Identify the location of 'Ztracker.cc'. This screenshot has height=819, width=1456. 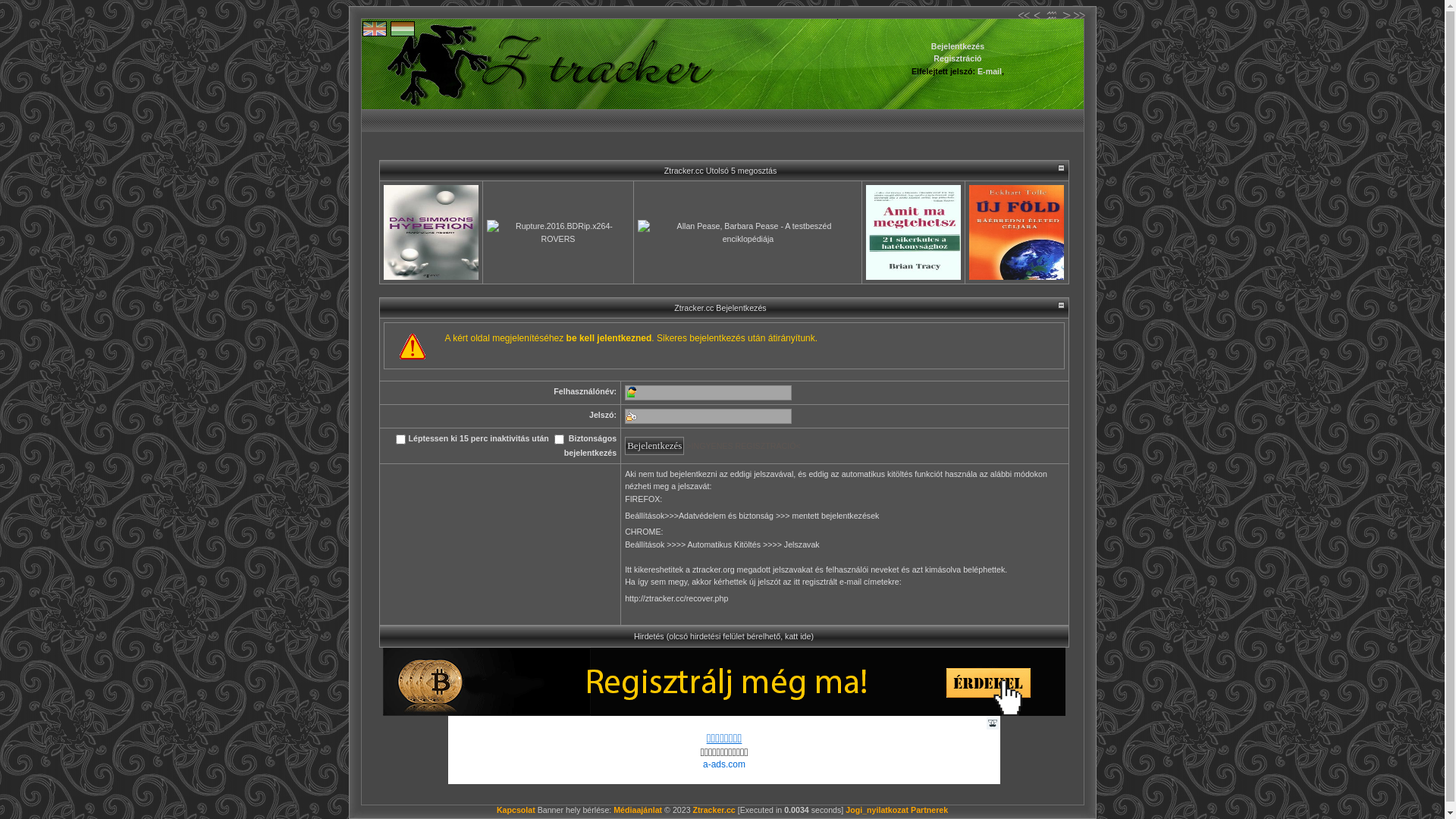
(713, 809).